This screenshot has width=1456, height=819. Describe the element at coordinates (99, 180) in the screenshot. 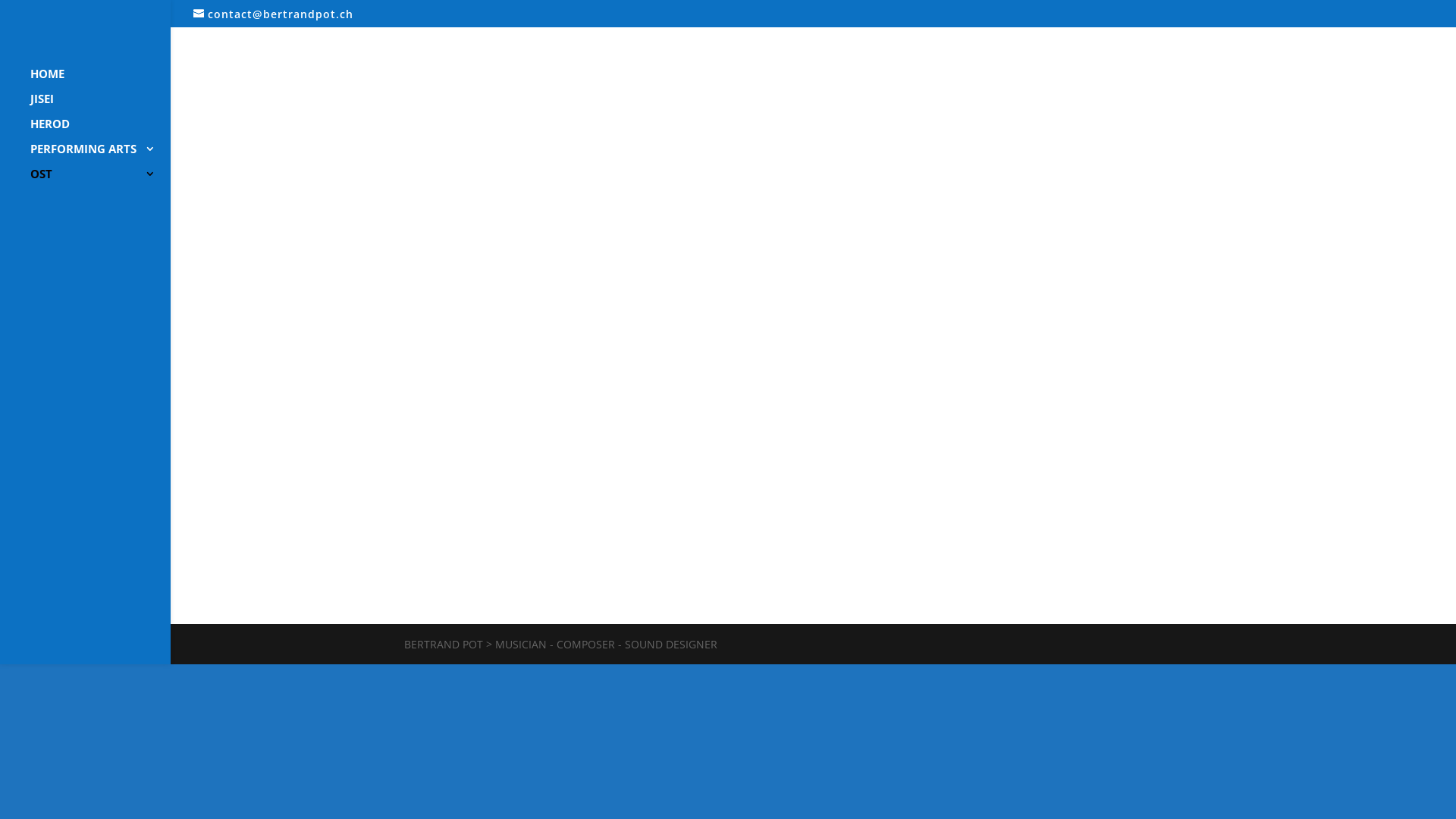

I see `'OST'` at that location.